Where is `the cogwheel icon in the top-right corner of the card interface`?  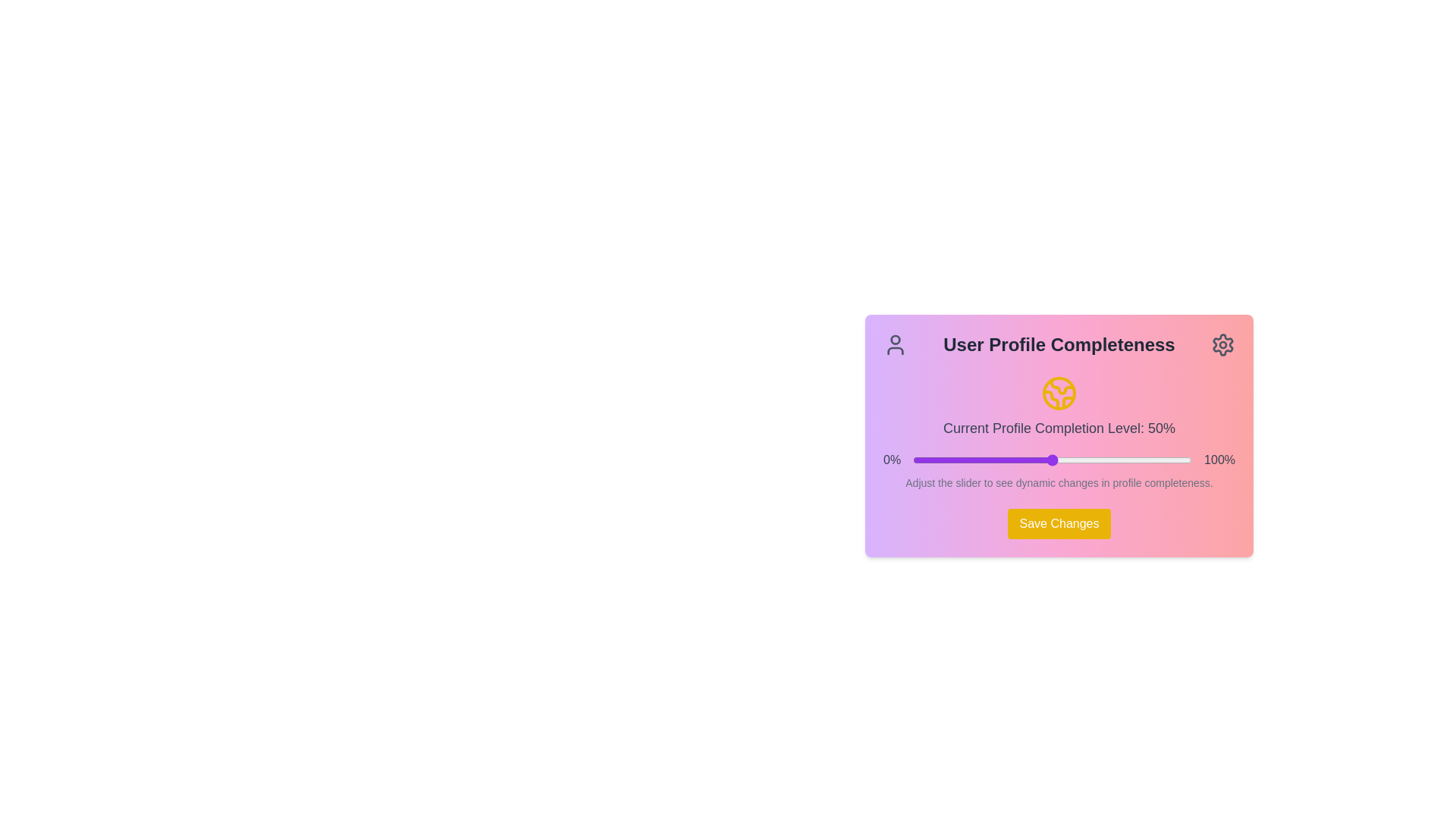
the cogwheel icon in the top-right corner of the card interface is located at coordinates (1222, 345).